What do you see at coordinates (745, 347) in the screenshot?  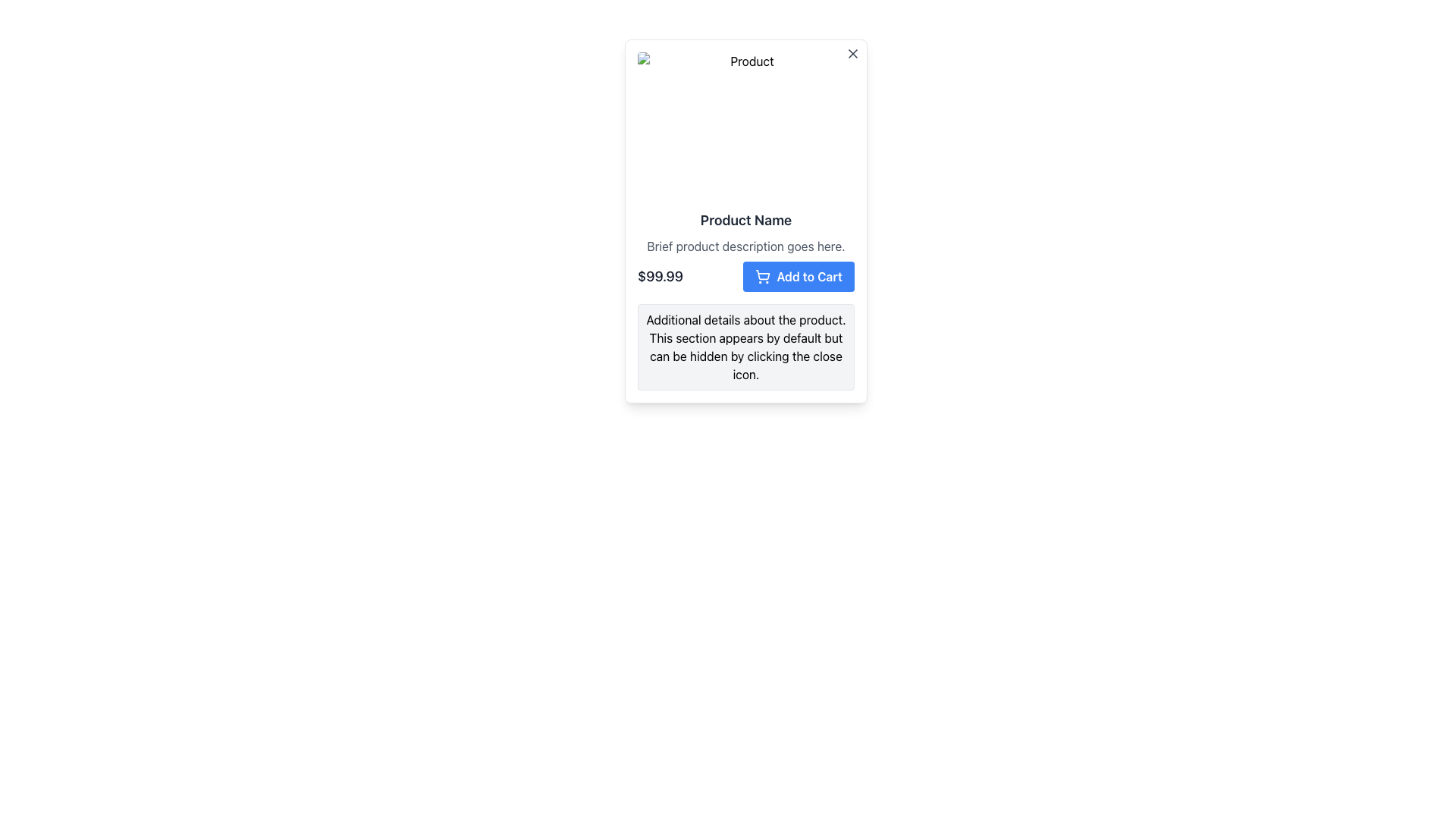 I see `the text box that contains additional product details, which has a light gray background and rounded corners` at bounding box center [745, 347].